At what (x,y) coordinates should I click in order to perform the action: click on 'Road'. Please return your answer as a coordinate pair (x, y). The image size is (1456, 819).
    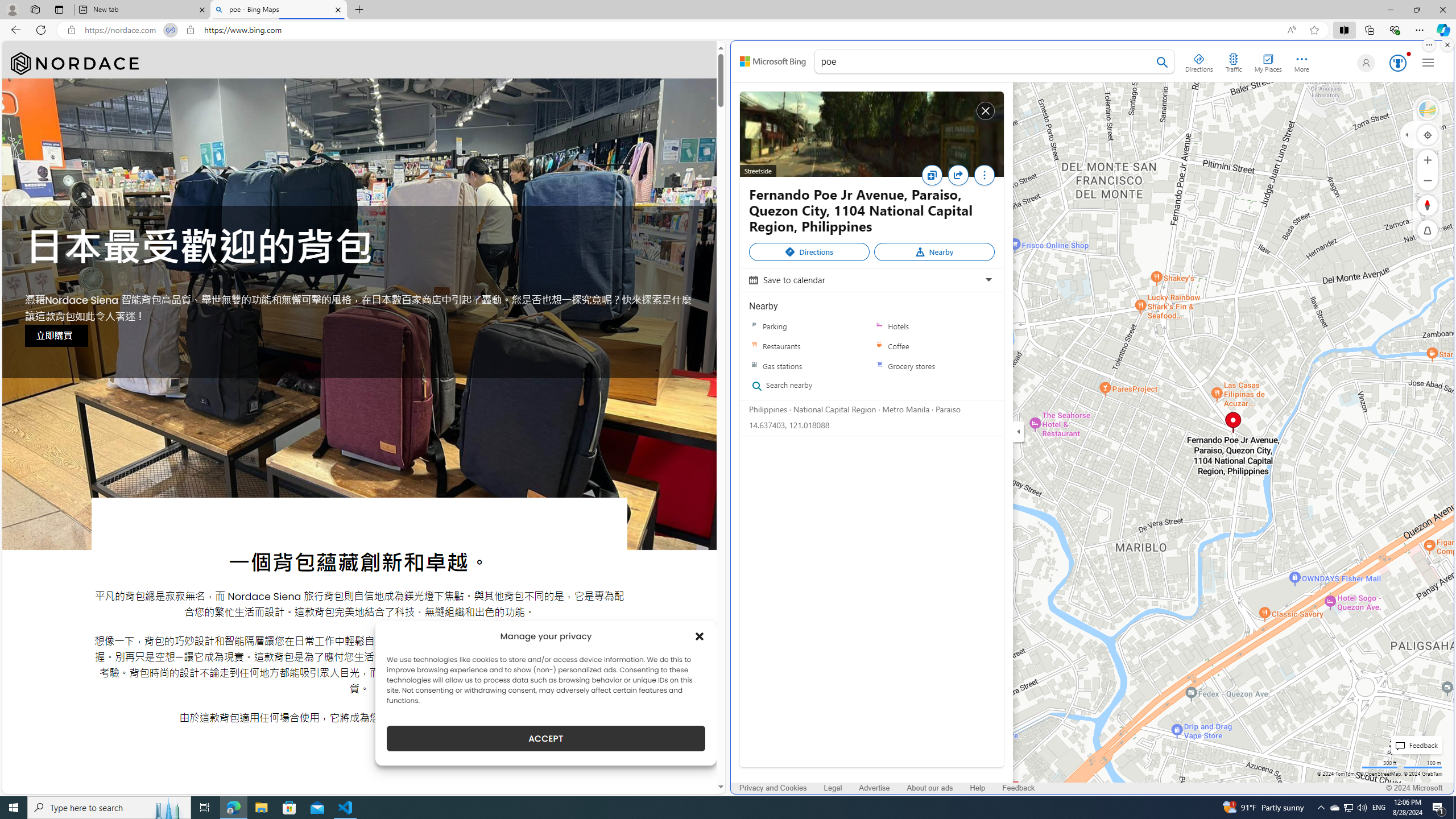
    Looking at the image, I should click on (1428, 109).